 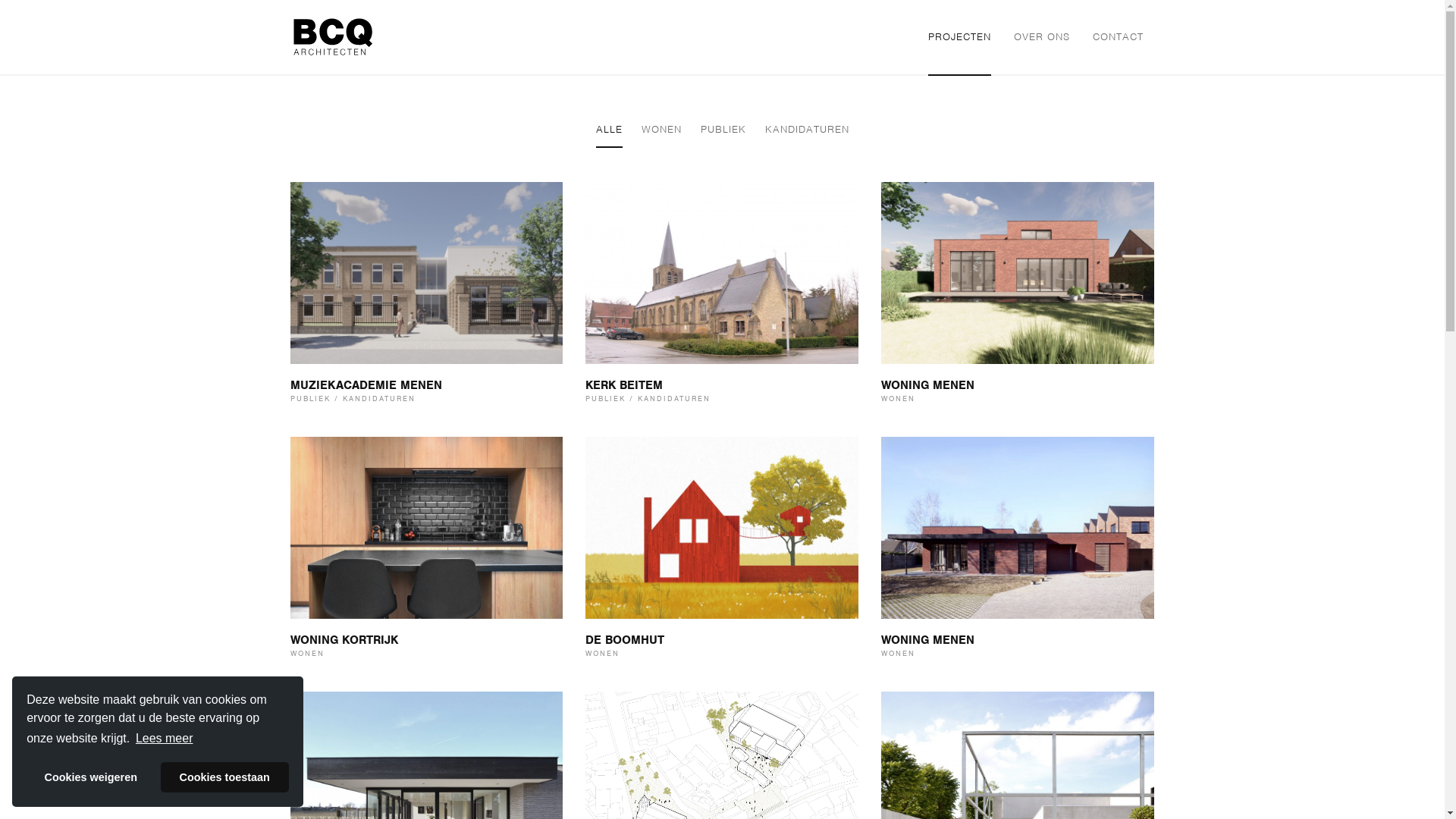 What do you see at coordinates (805, 129) in the screenshot?
I see `'KANDIDATUREN'` at bounding box center [805, 129].